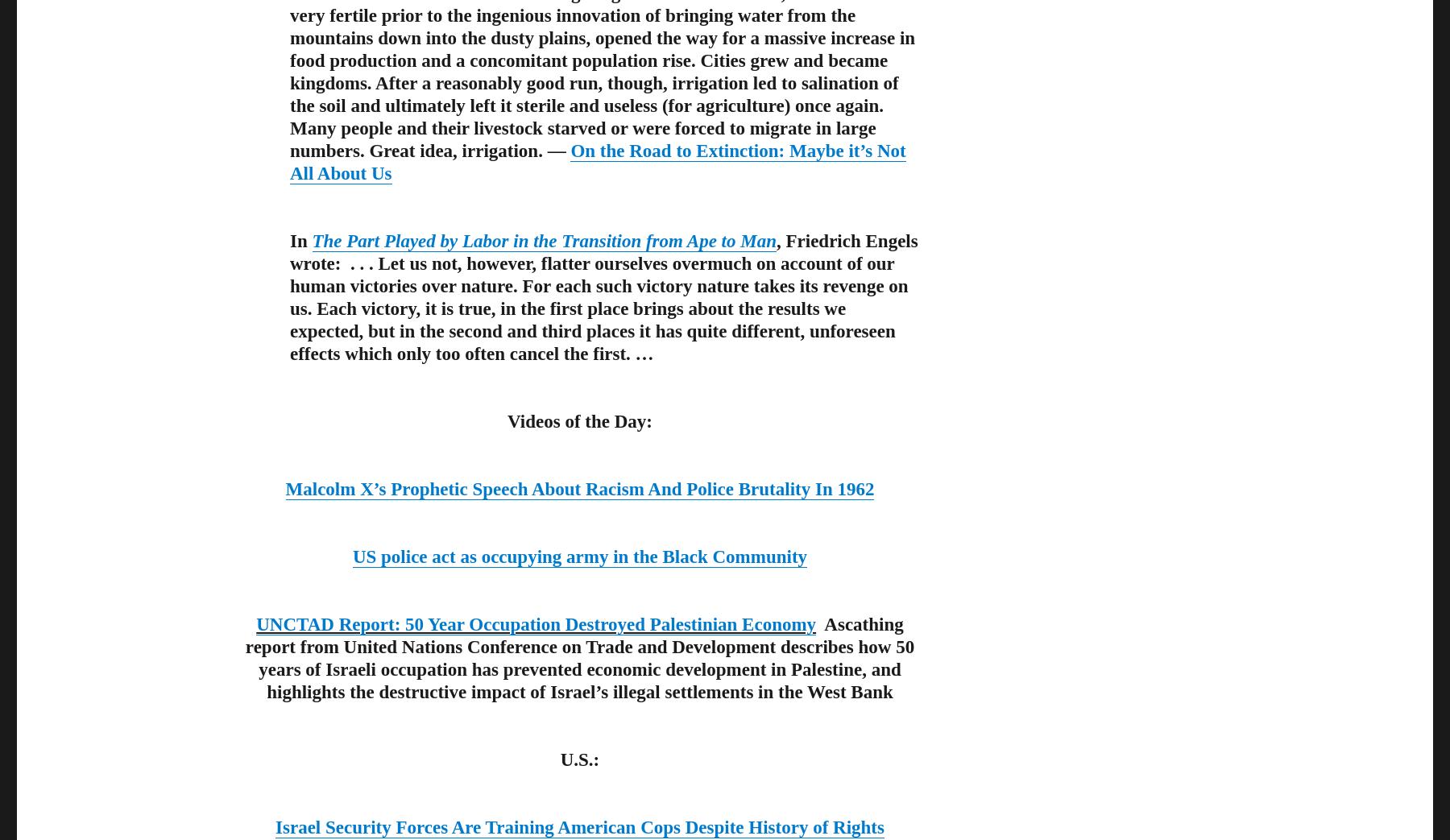 The height and width of the screenshot is (840, 1450). What do you see at coordinates (596, 161) in the screenshot?
I see `'On the Road to Extinction: Maybe it’s Not All About Us'` at bounding box center [596, 161].